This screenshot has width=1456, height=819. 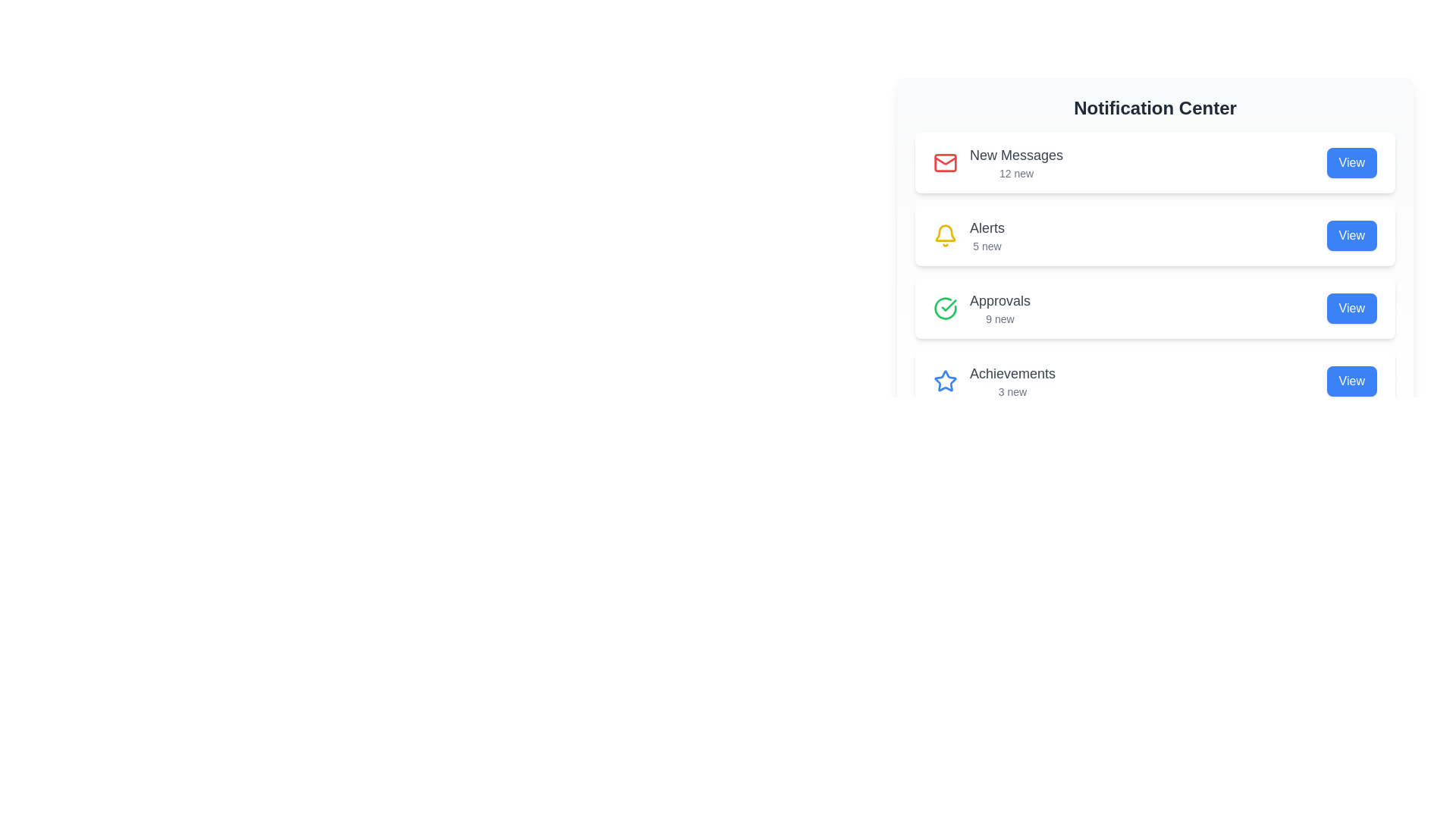 What do you see at coordinates (1154, 228) in the screenshot?
I see `the 'Alerts' notification block with a yellow bell icon and 'View' button for keyboard interaction` at bounding box center [1154, 228].